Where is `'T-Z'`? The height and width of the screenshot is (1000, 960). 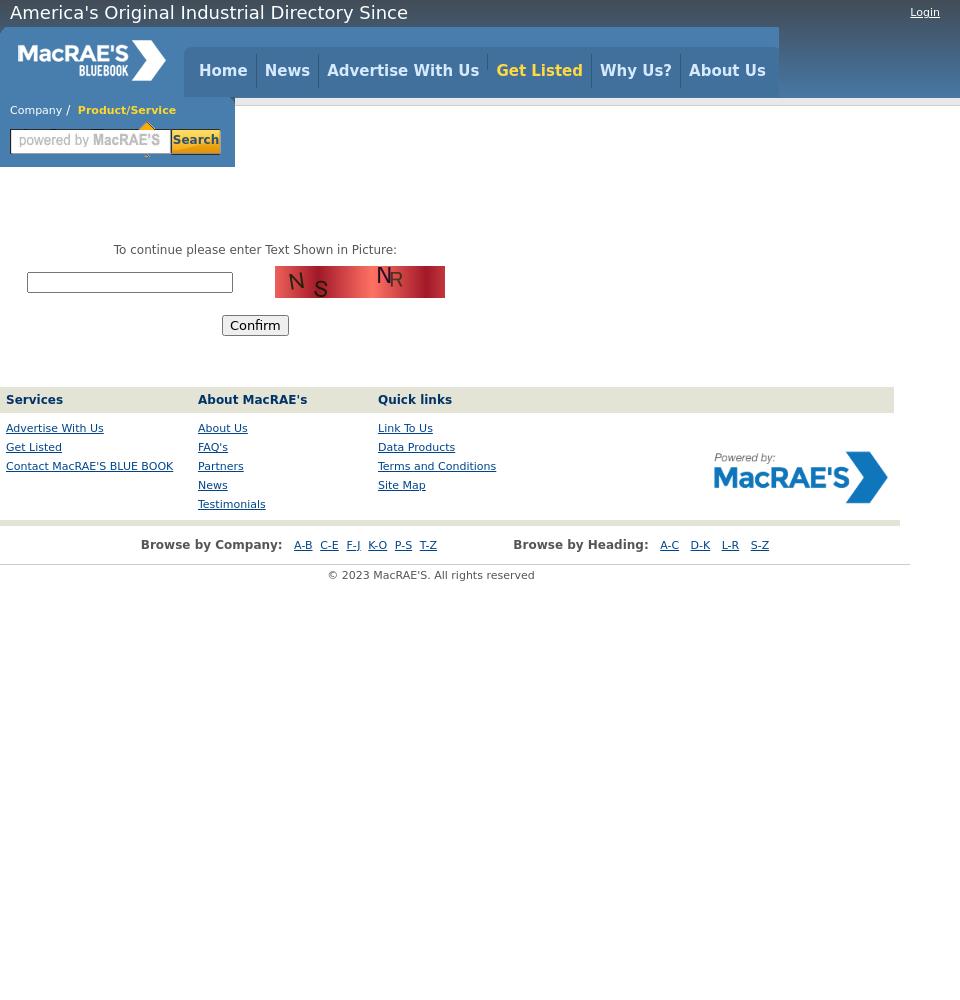
'T-Z' is located at coordinates (427, 545).